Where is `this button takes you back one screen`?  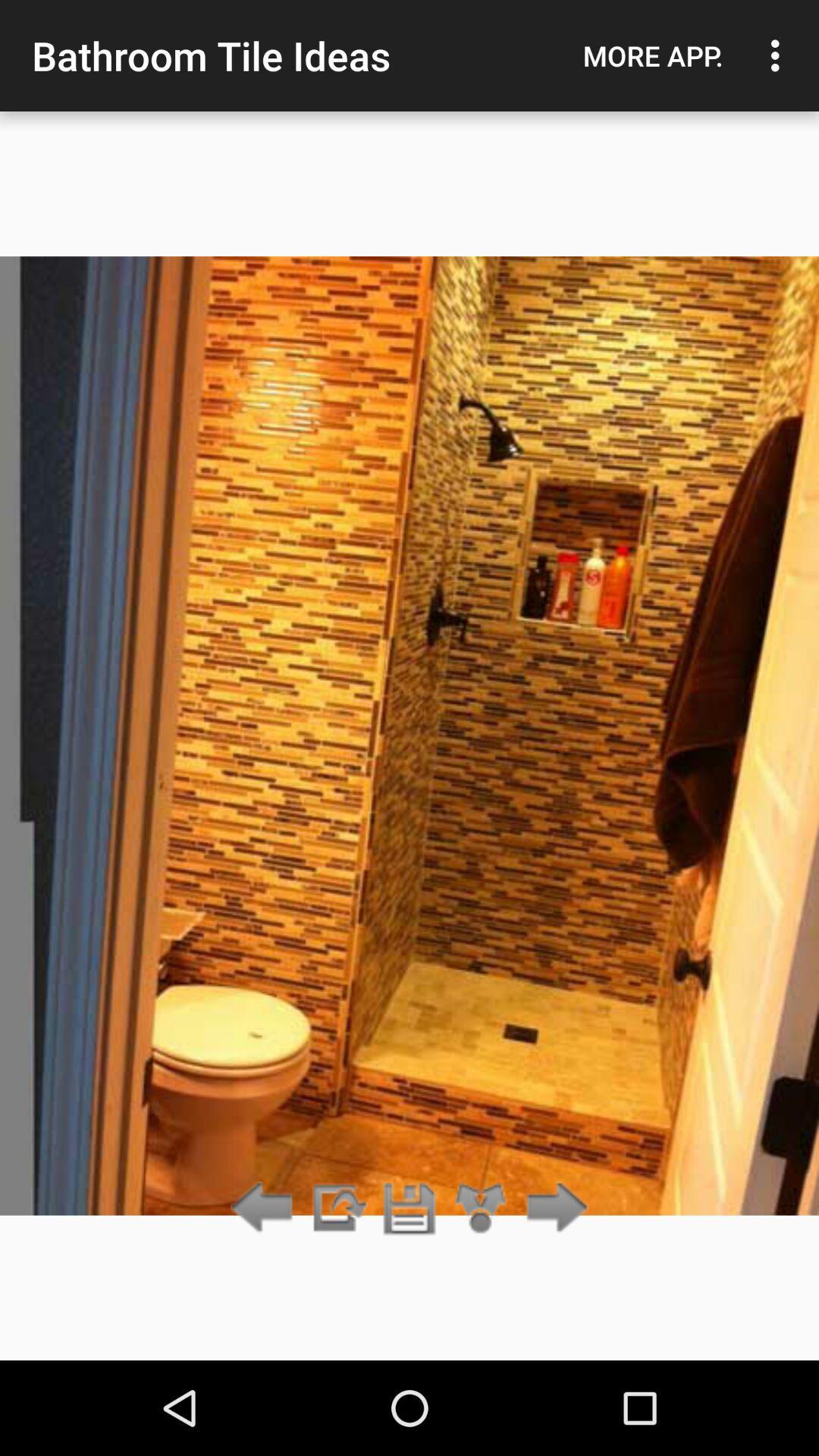
this button takes you back one screen is located at coordinates (265, 1208).